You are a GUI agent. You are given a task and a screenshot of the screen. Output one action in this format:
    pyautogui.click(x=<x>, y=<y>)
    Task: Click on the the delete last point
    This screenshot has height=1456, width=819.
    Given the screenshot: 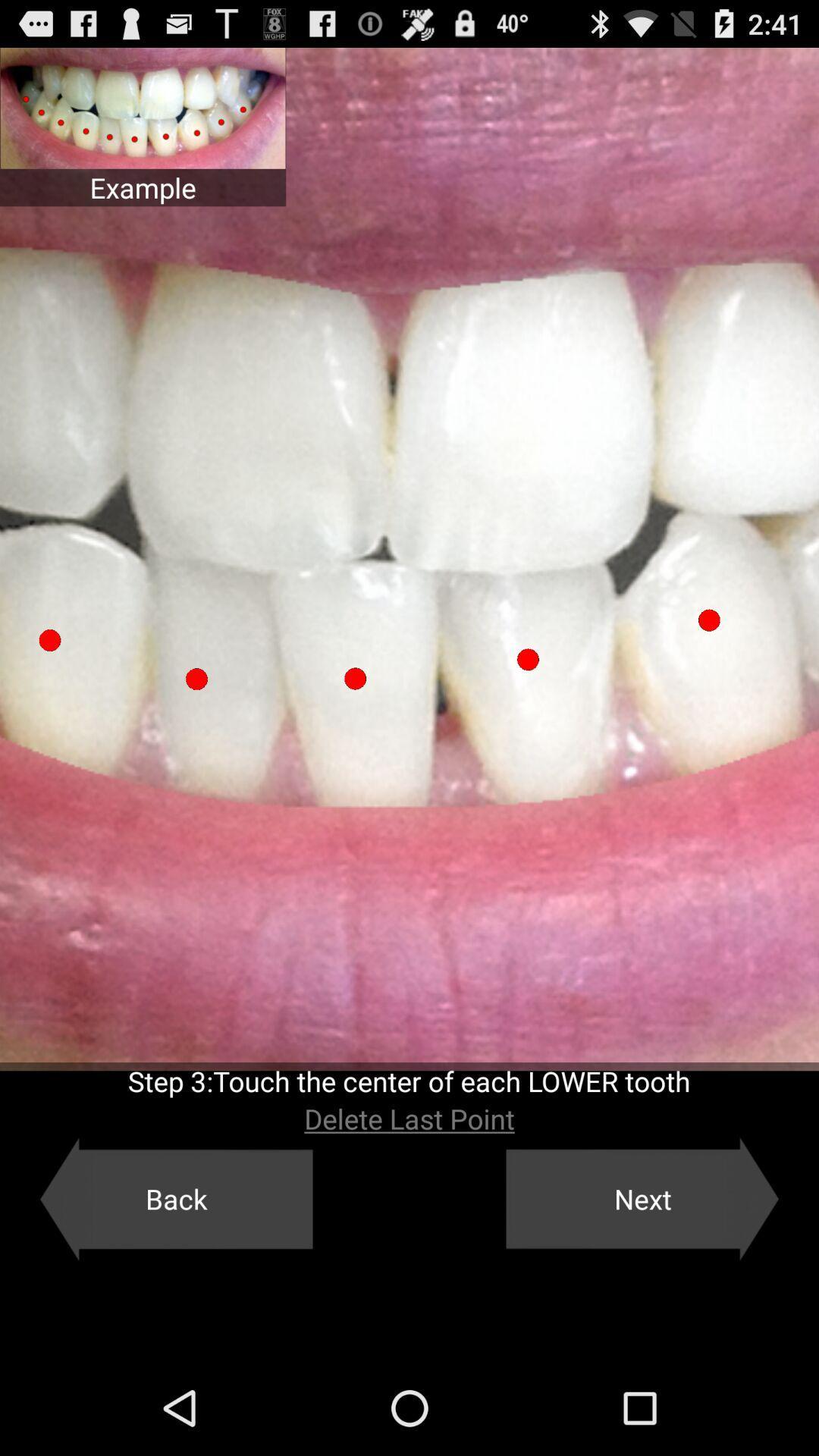 What is the action you would take?
    pyautogui.click(x=409, y=1119)
    